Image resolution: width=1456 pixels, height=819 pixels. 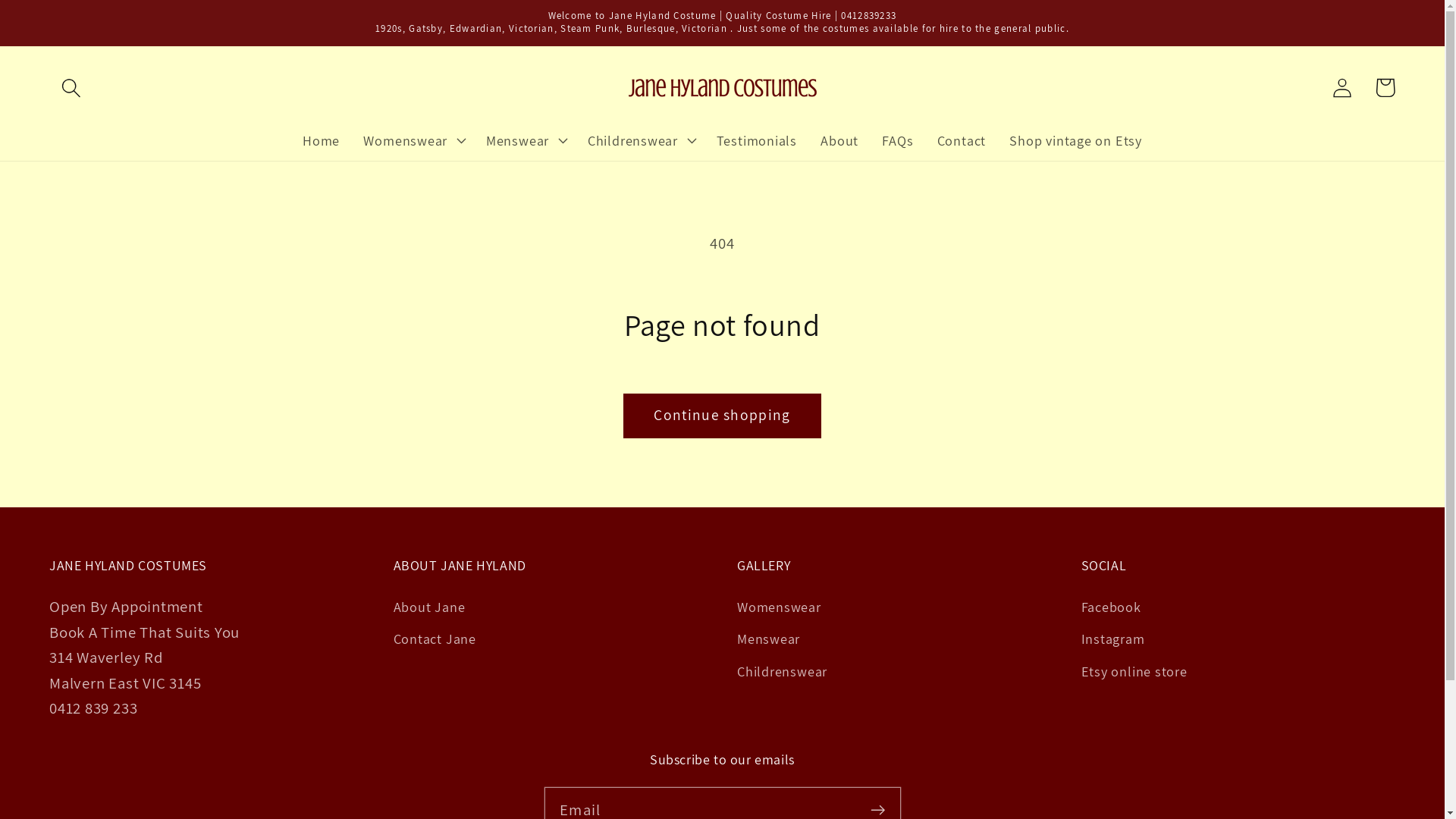 I want to click on 'Contact', so click(x=924, y=140).